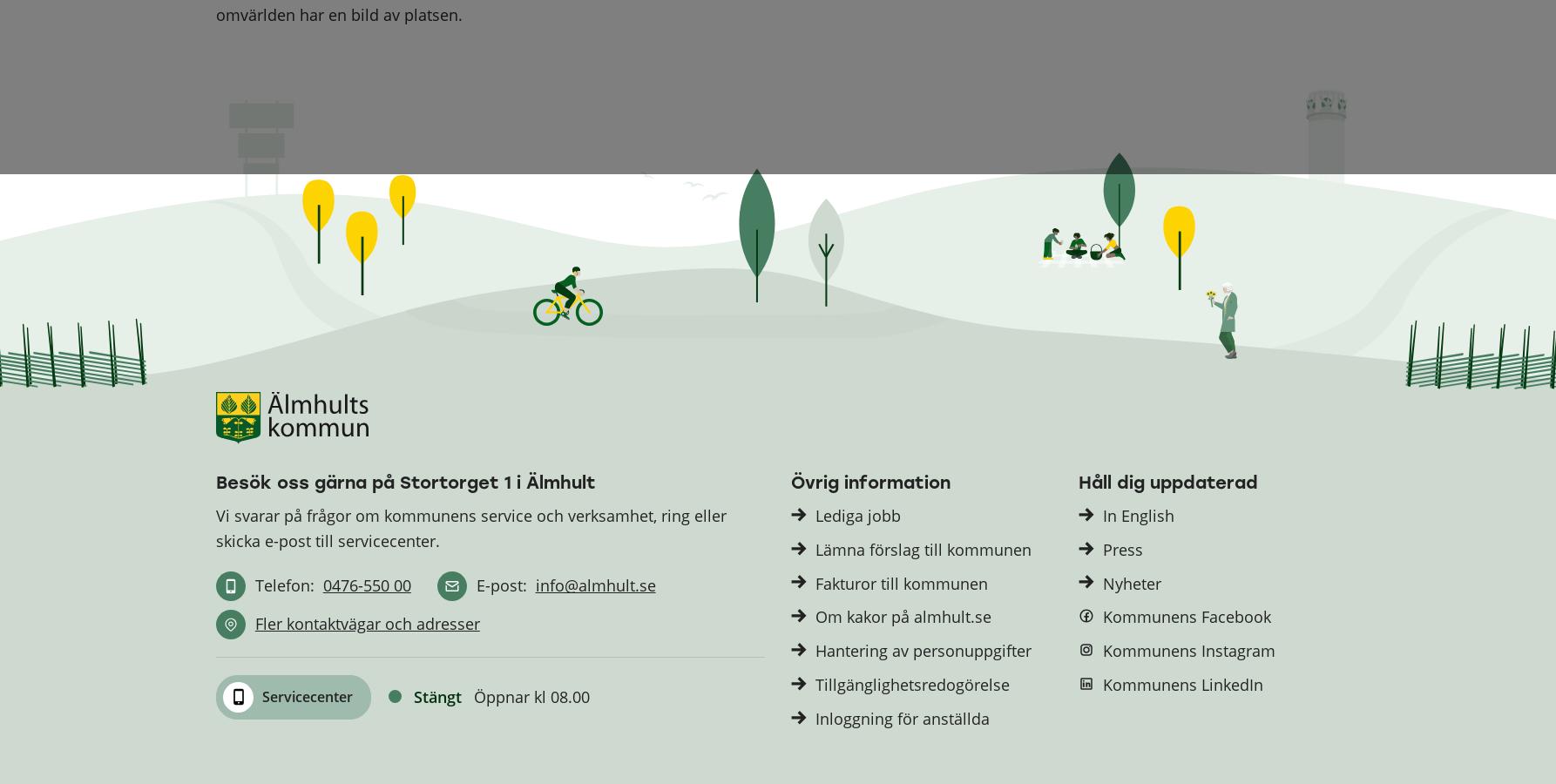  I want to click on 'info@almhult.se', so click(594, 585).